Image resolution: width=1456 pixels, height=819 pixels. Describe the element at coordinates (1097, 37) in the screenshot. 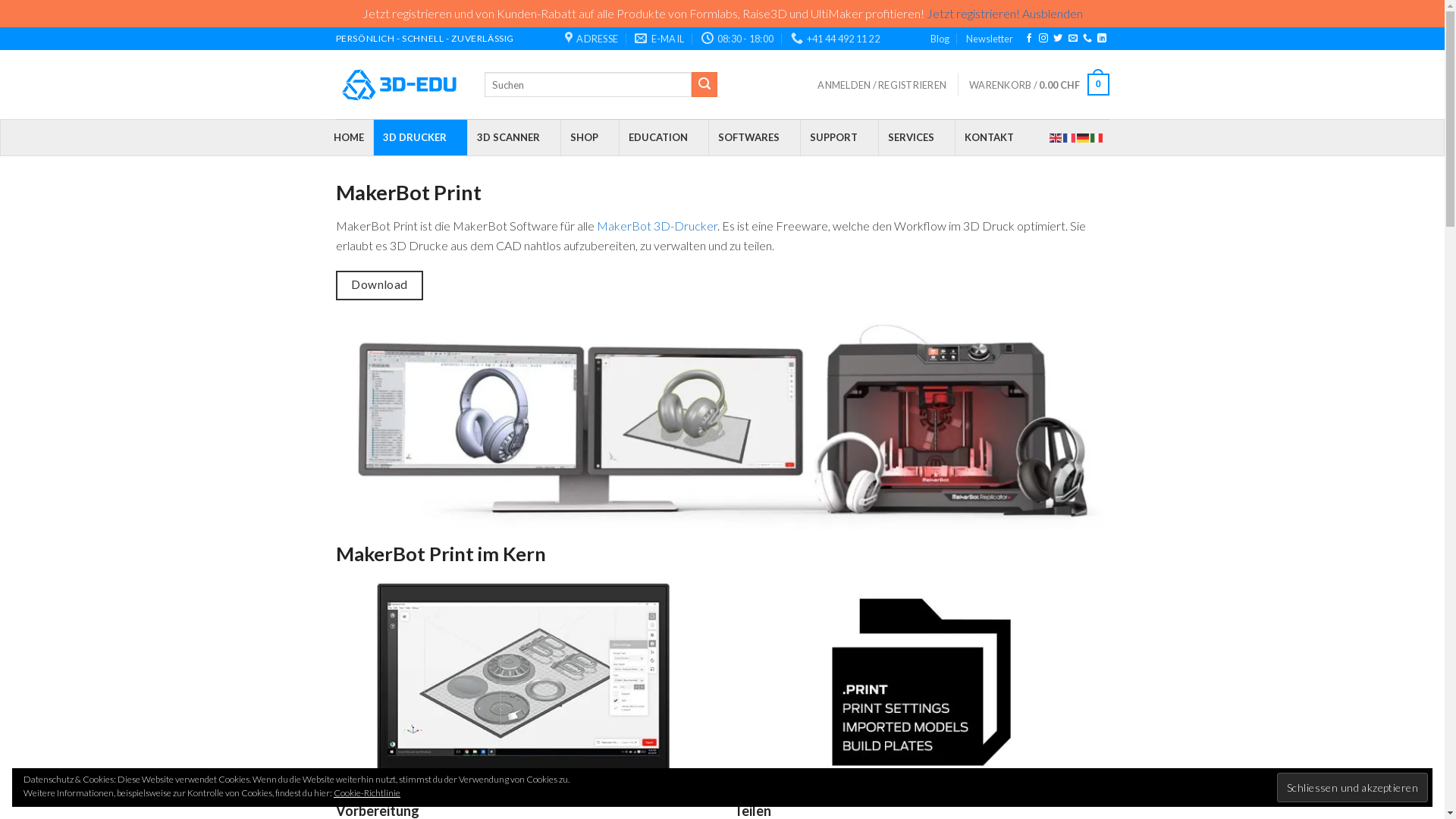

I see `'Auf Linkedin folgen'` at that location.